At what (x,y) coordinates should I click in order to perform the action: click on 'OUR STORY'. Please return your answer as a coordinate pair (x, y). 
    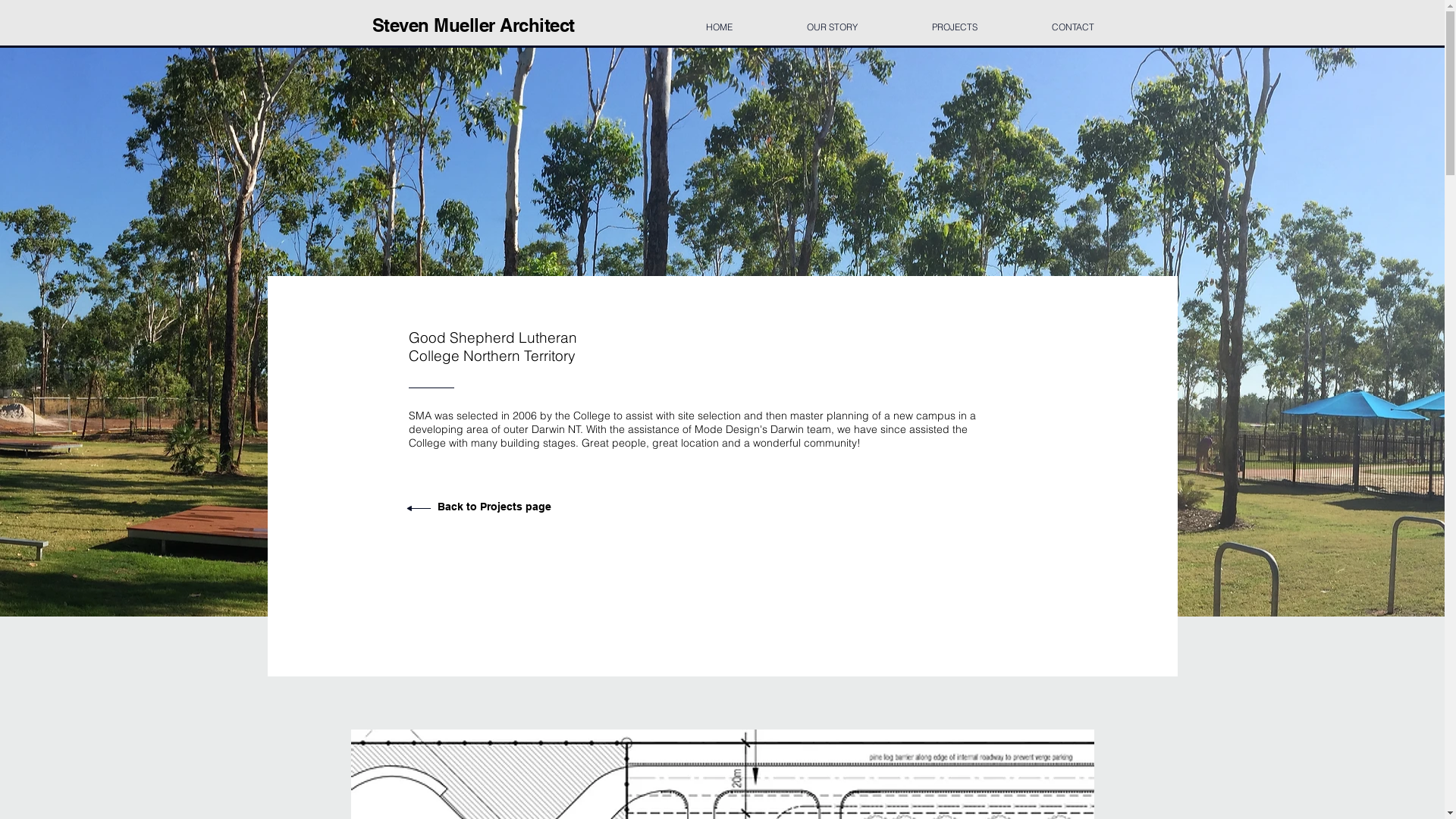
    Looking at the image, I should click on (830, 20).